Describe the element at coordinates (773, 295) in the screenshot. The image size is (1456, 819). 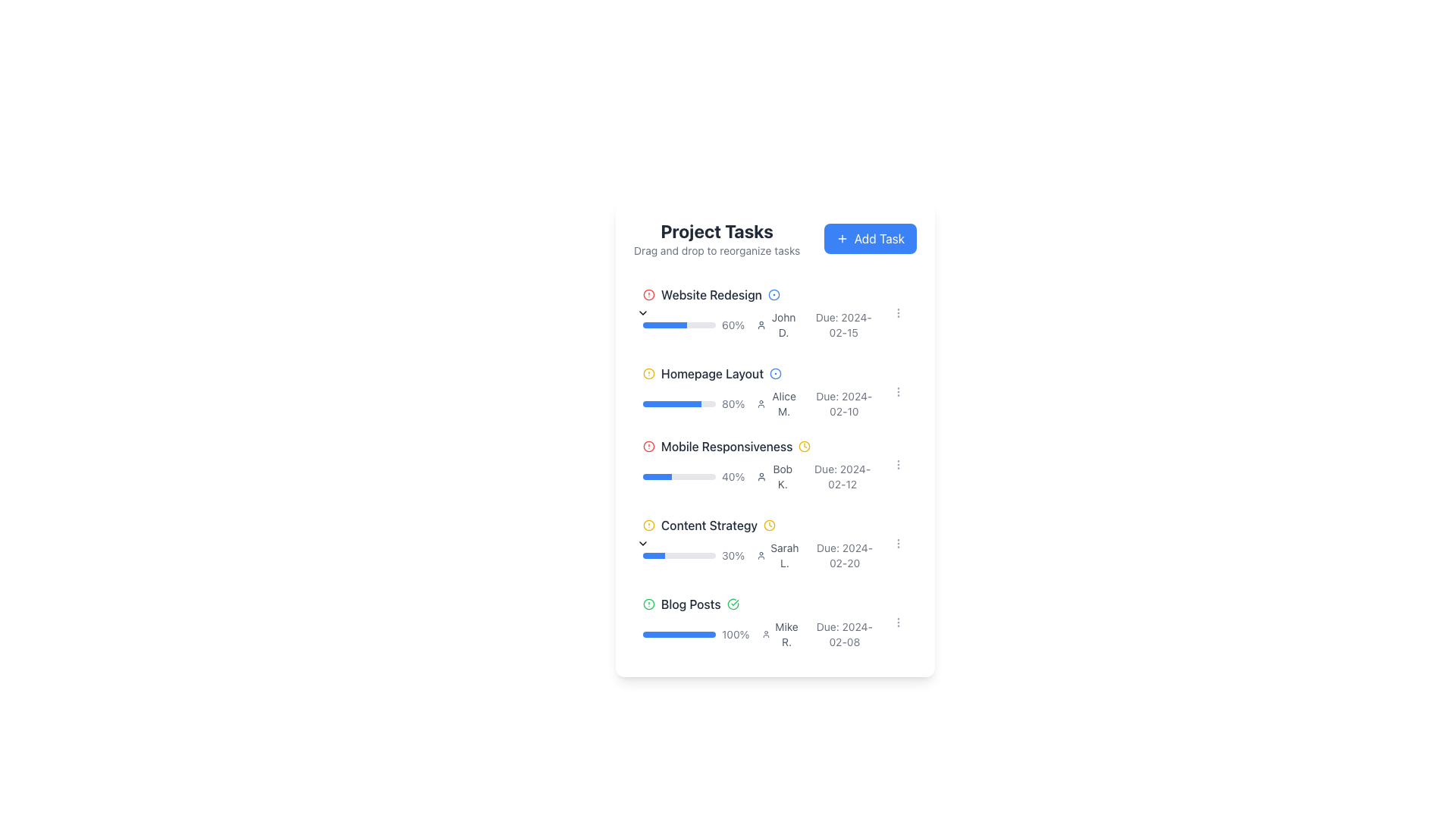
I see `the Status Indicator for the 'Website Redesign' task, which is located to the right of the 'Website Redesign' text and next to other icons` at that location.